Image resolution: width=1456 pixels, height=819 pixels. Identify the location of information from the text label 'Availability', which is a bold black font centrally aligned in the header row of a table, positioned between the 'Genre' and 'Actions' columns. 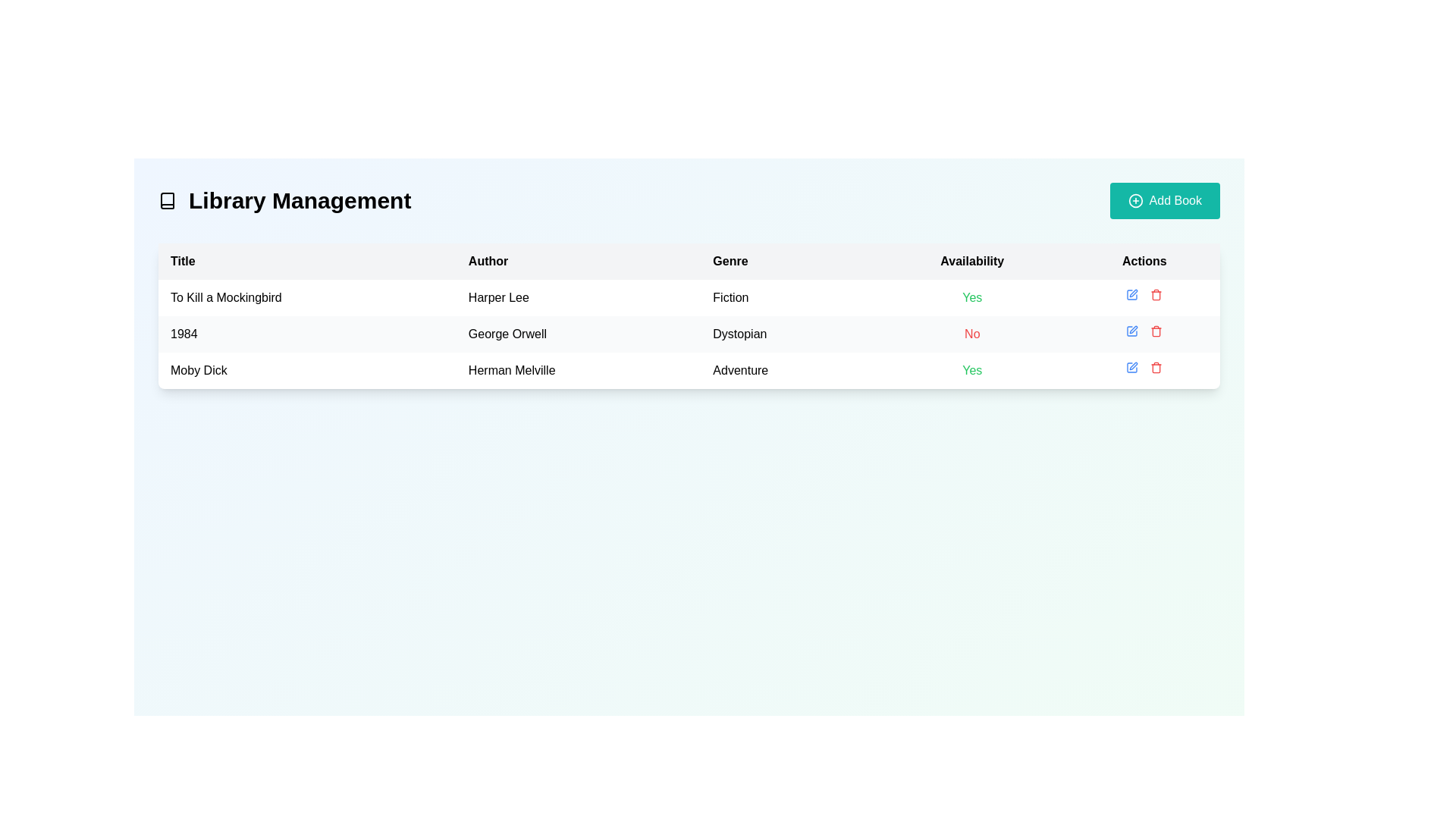
(972, 260).